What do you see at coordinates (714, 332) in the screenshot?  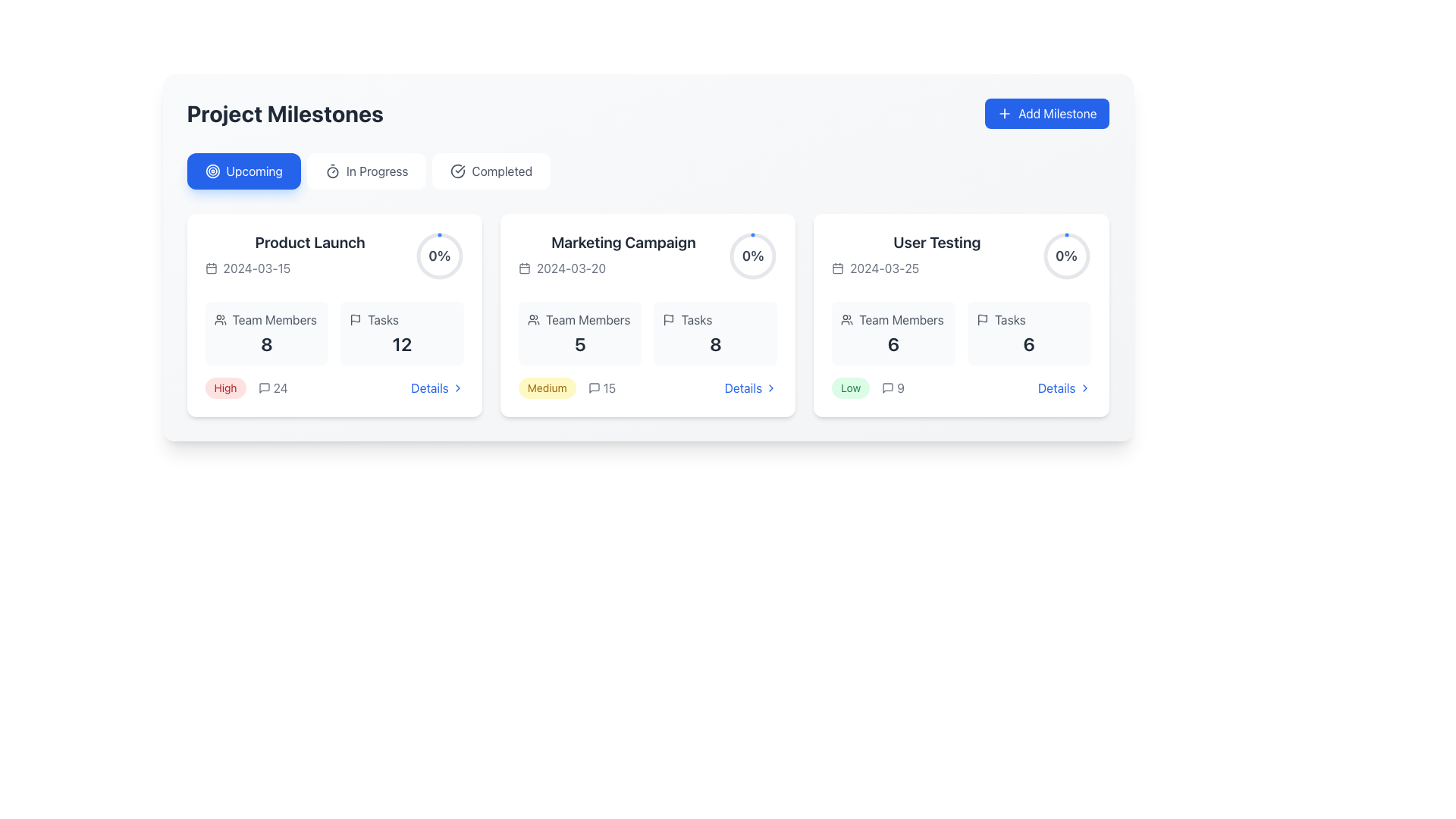 I see `the 'Tasks' label with the numeral '8', styled with a smaller grey font and a larger bolded black numeral, which is preceded by a grey flag icon` at bounding box center [714, 332].